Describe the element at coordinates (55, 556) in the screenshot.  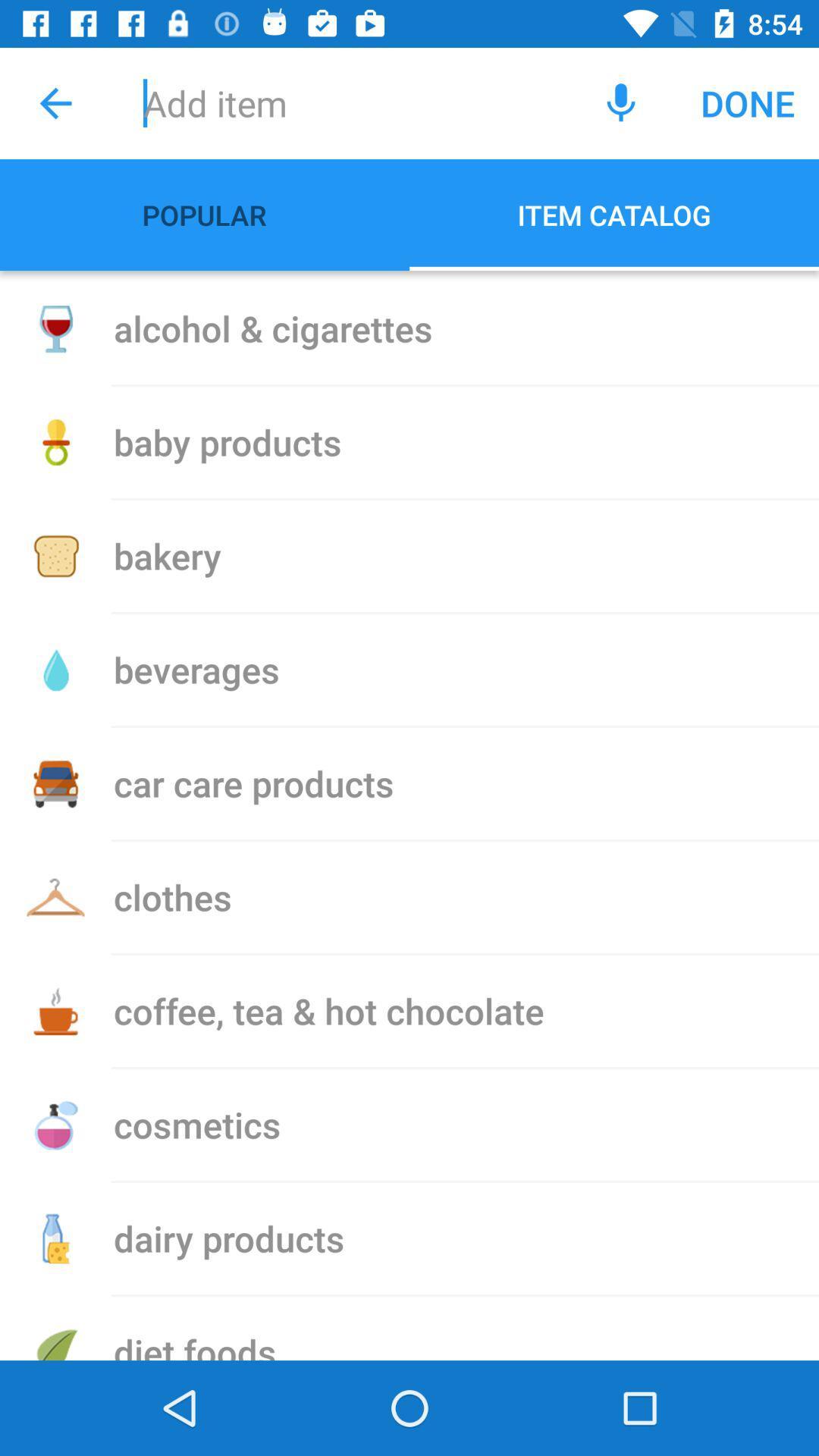
I see `the third icon beside bakery` at that location.